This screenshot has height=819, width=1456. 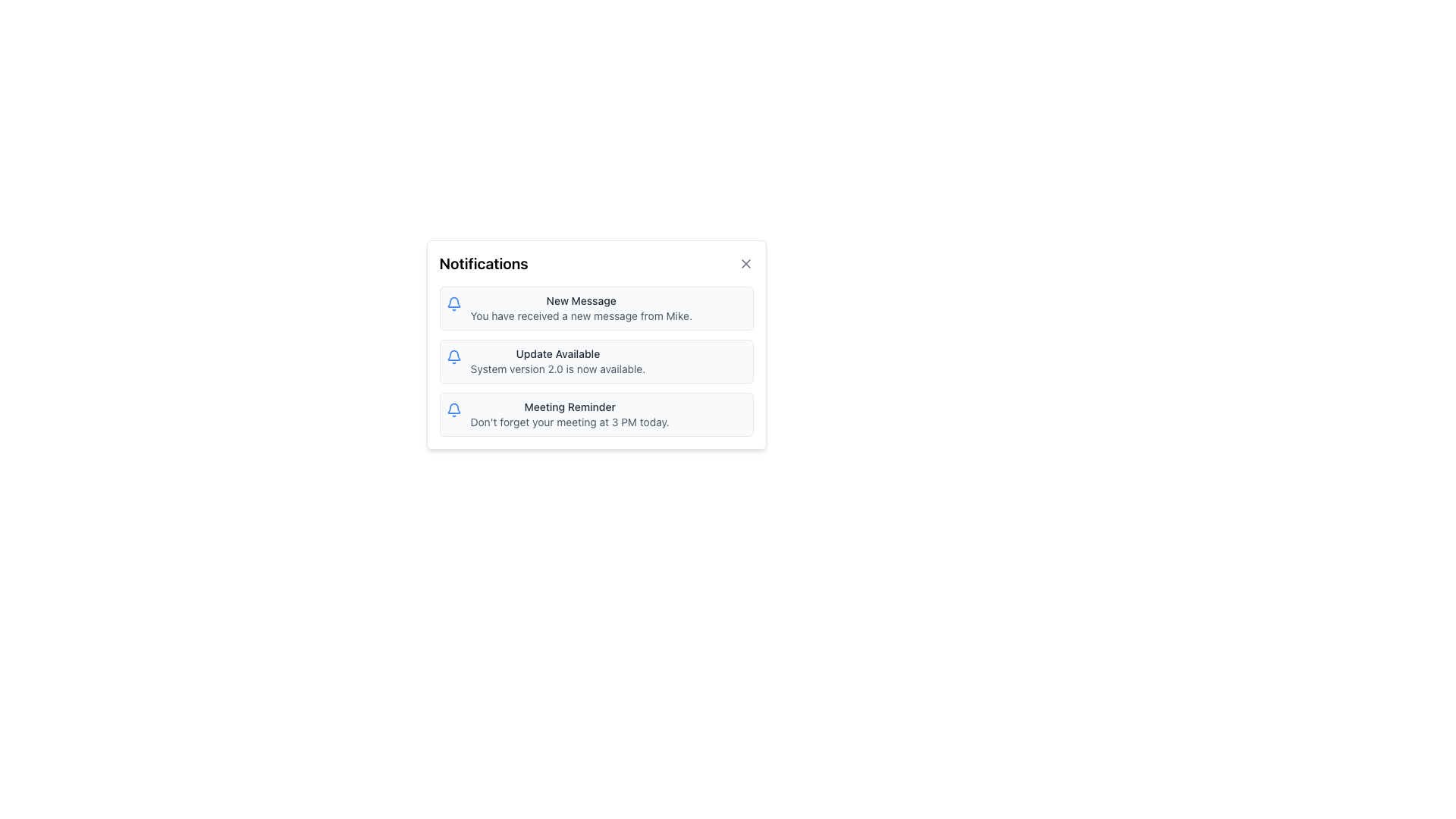 What do you see at coordinates (595, 345) in the screenshot?
I see `the middle notification item displaying 'Update Available' to acknowledge or open further details` at bounding box center [595, 345].